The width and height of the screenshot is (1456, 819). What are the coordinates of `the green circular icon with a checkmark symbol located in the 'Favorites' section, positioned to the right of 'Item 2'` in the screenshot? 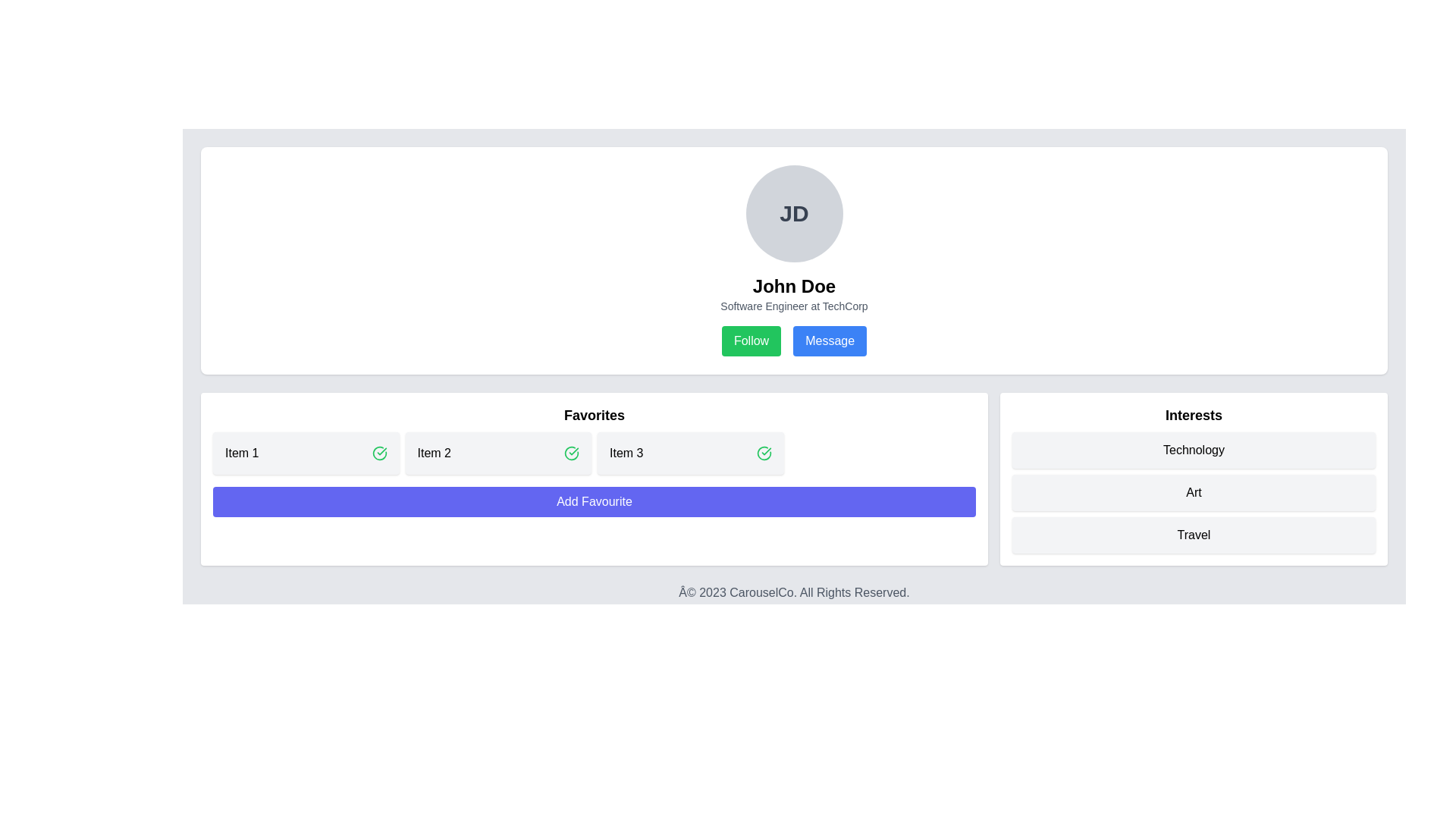 It's located at (764, 452).